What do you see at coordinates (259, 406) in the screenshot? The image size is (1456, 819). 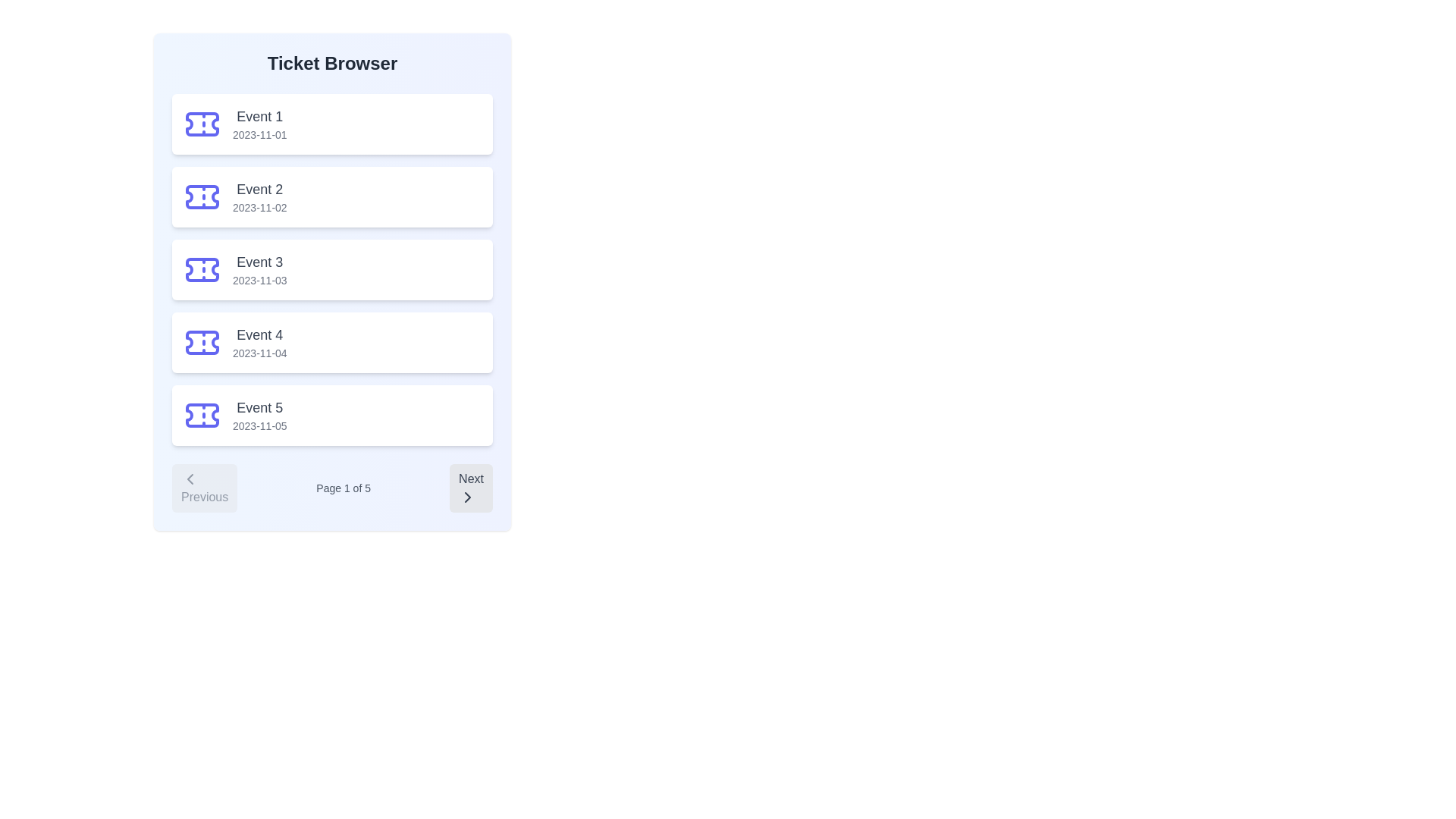 I see `the Text Label displaying 'Event 5', which is located on the bottom-most card in a vertical stack of event cards, directly above the date '2023-11-05'` at bounding box center [259, 406].